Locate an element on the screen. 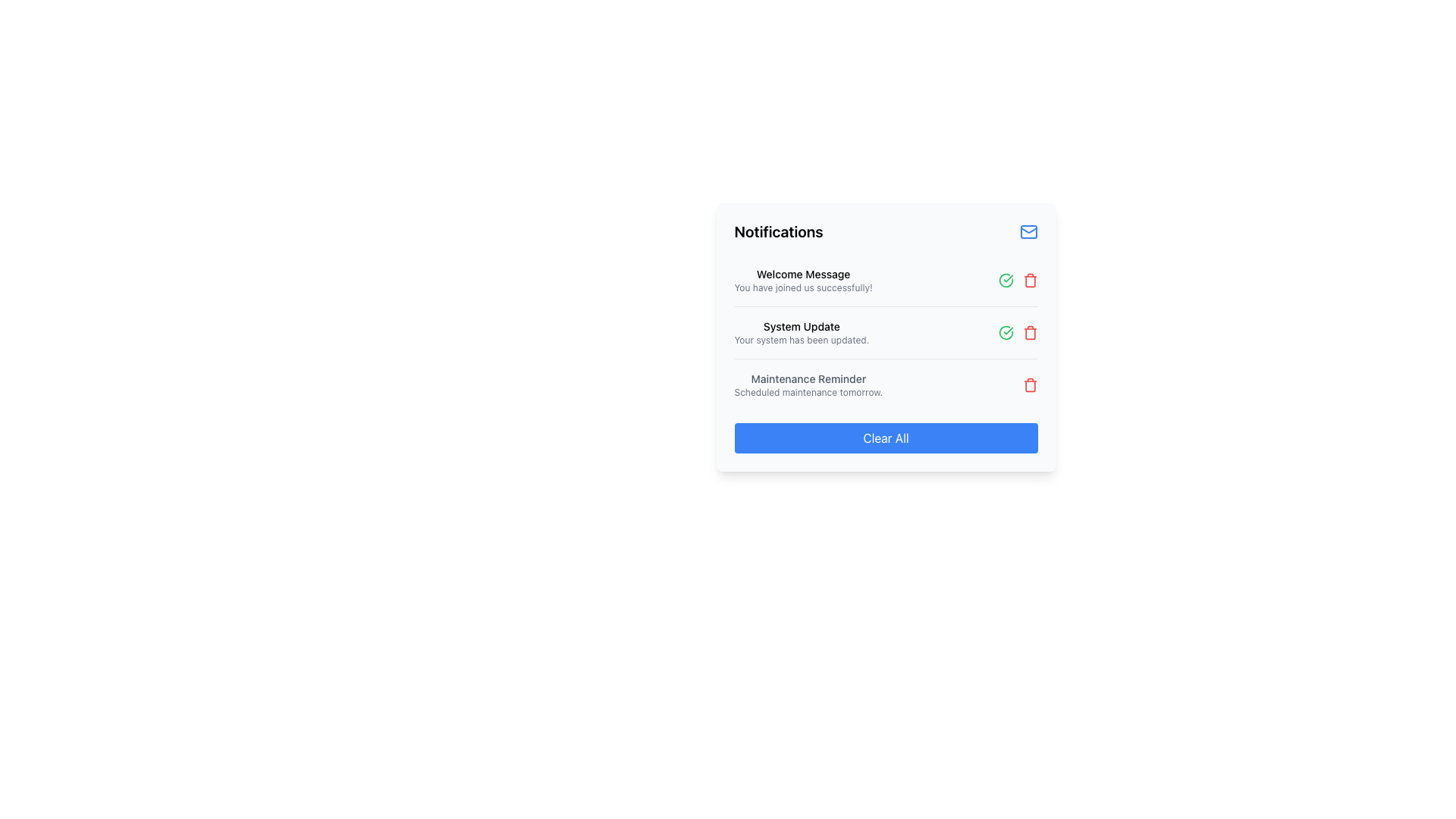 This screenshot has height=819, width=1456. the delete button located to the right of the 'Maintenance Reminder' text is located at coordinates (1030, 281).